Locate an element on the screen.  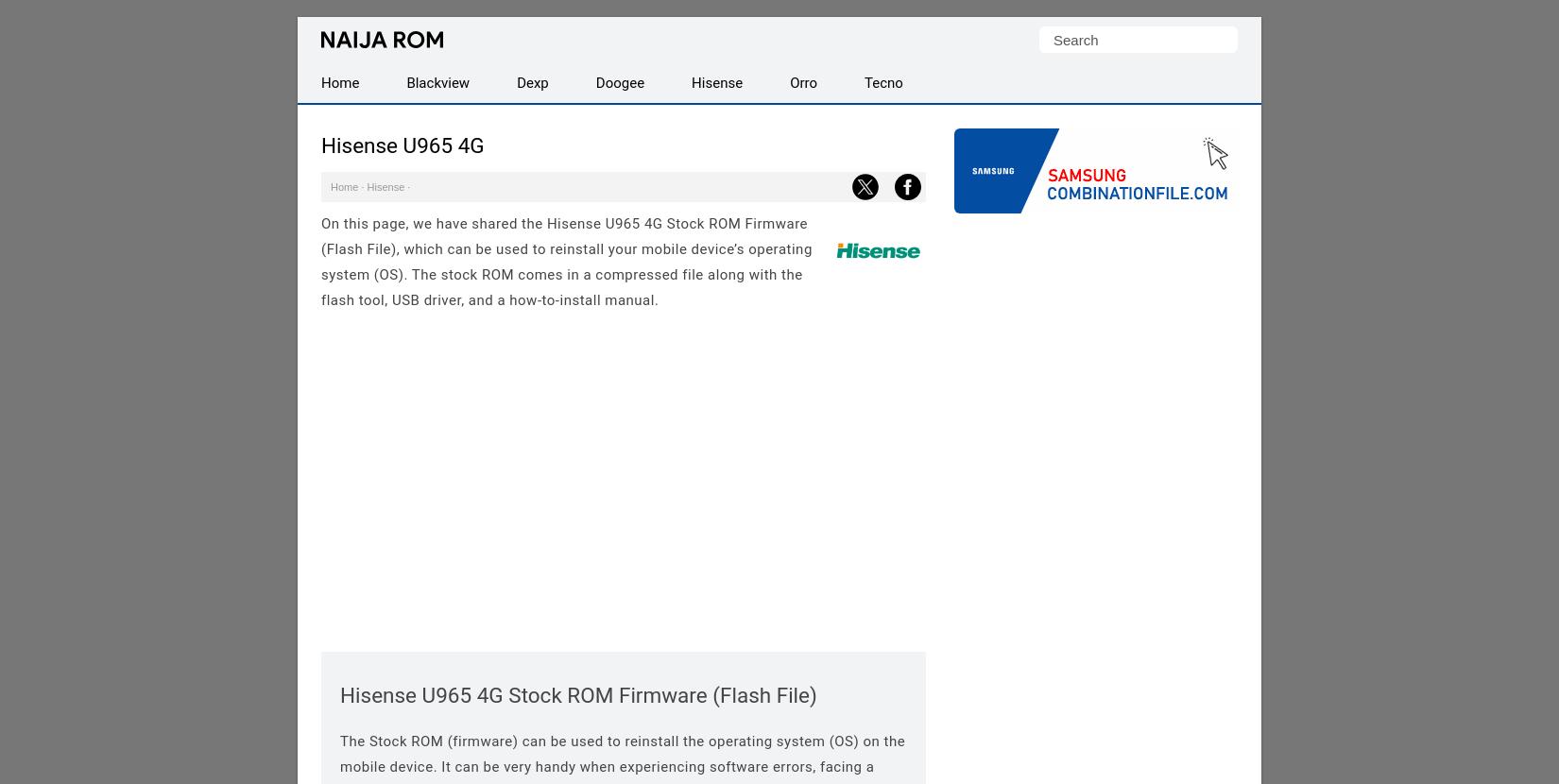
'Tecno' is located at coordinates (883, 82).